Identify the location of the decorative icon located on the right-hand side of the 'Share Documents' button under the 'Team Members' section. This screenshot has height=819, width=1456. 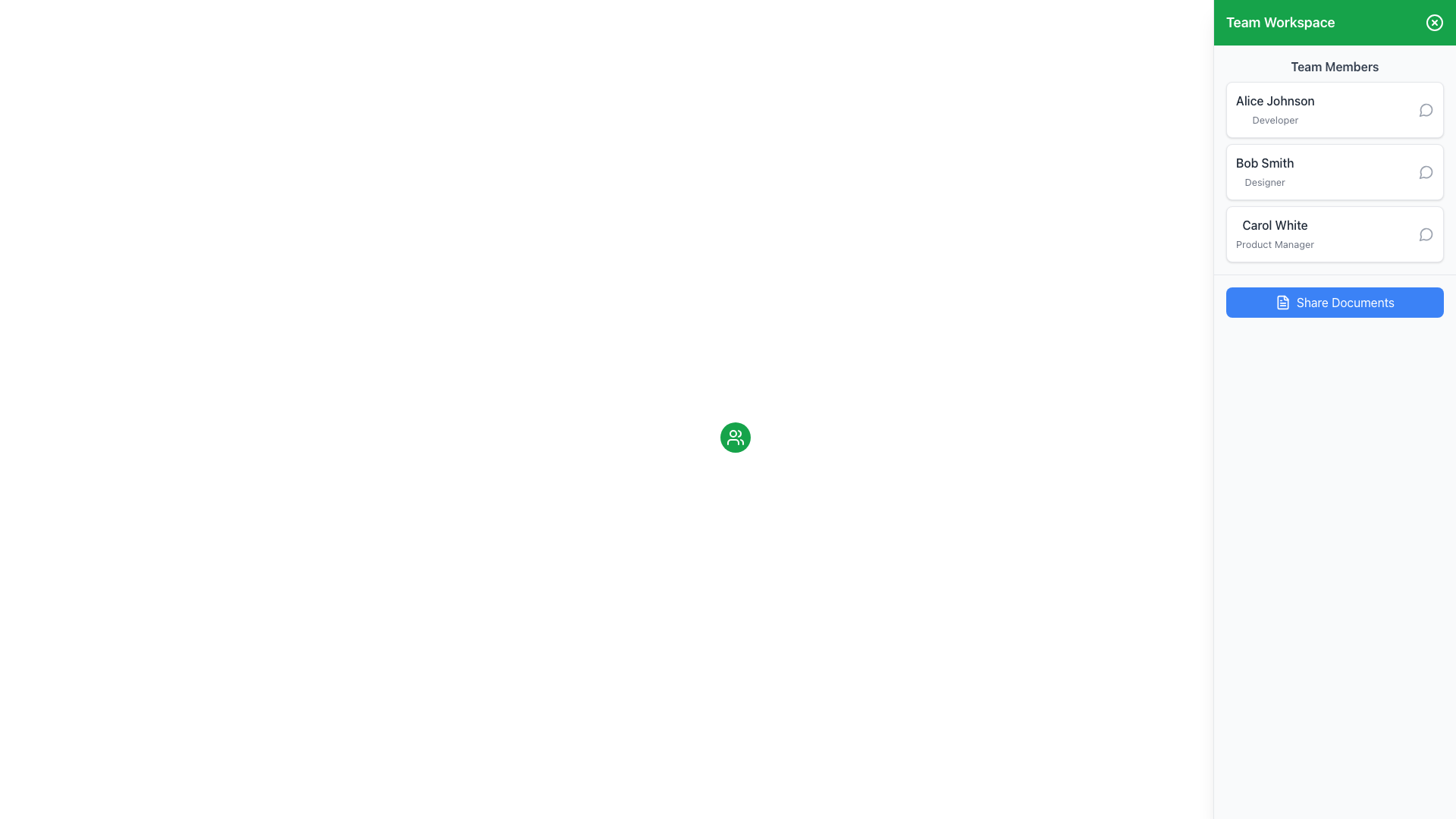
(1282, 302).